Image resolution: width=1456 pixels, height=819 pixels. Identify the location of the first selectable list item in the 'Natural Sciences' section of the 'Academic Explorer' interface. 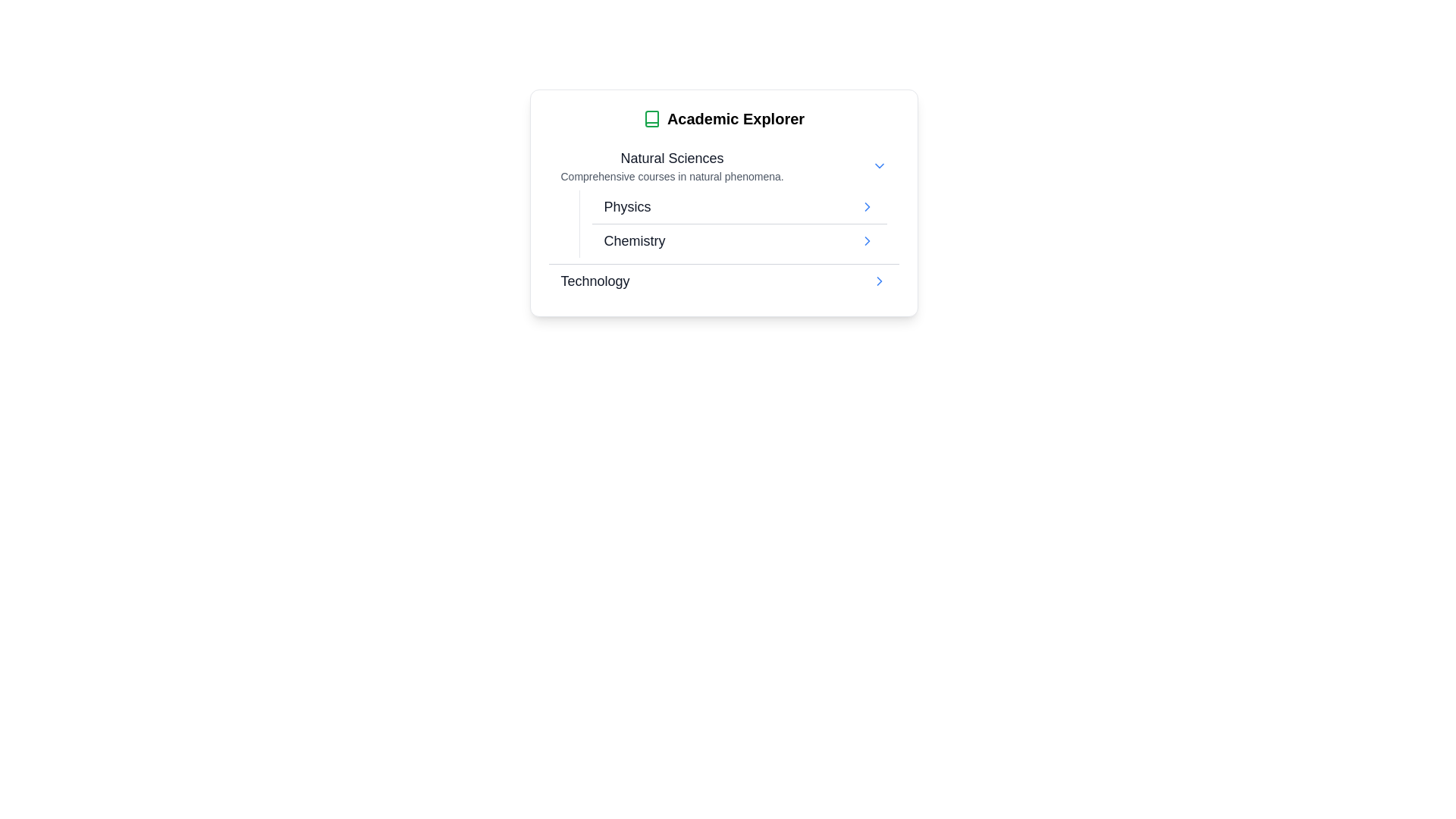
(739, 207).